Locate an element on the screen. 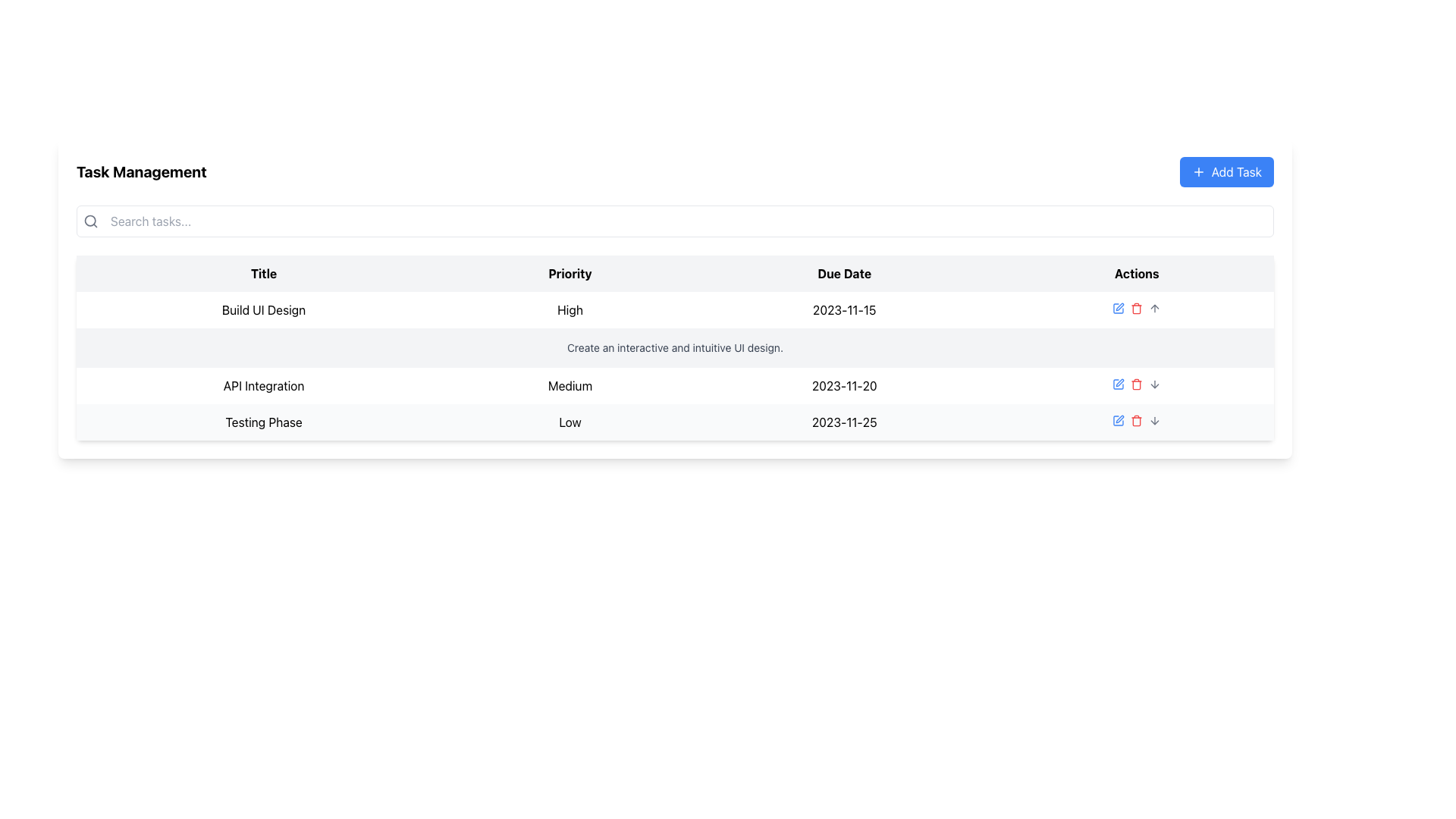 The image size is (1456, 819). the pencil icon in the 'Actions' column of the second row for 'API Integration' to initiate editing is located at coordinates (1120, 307).